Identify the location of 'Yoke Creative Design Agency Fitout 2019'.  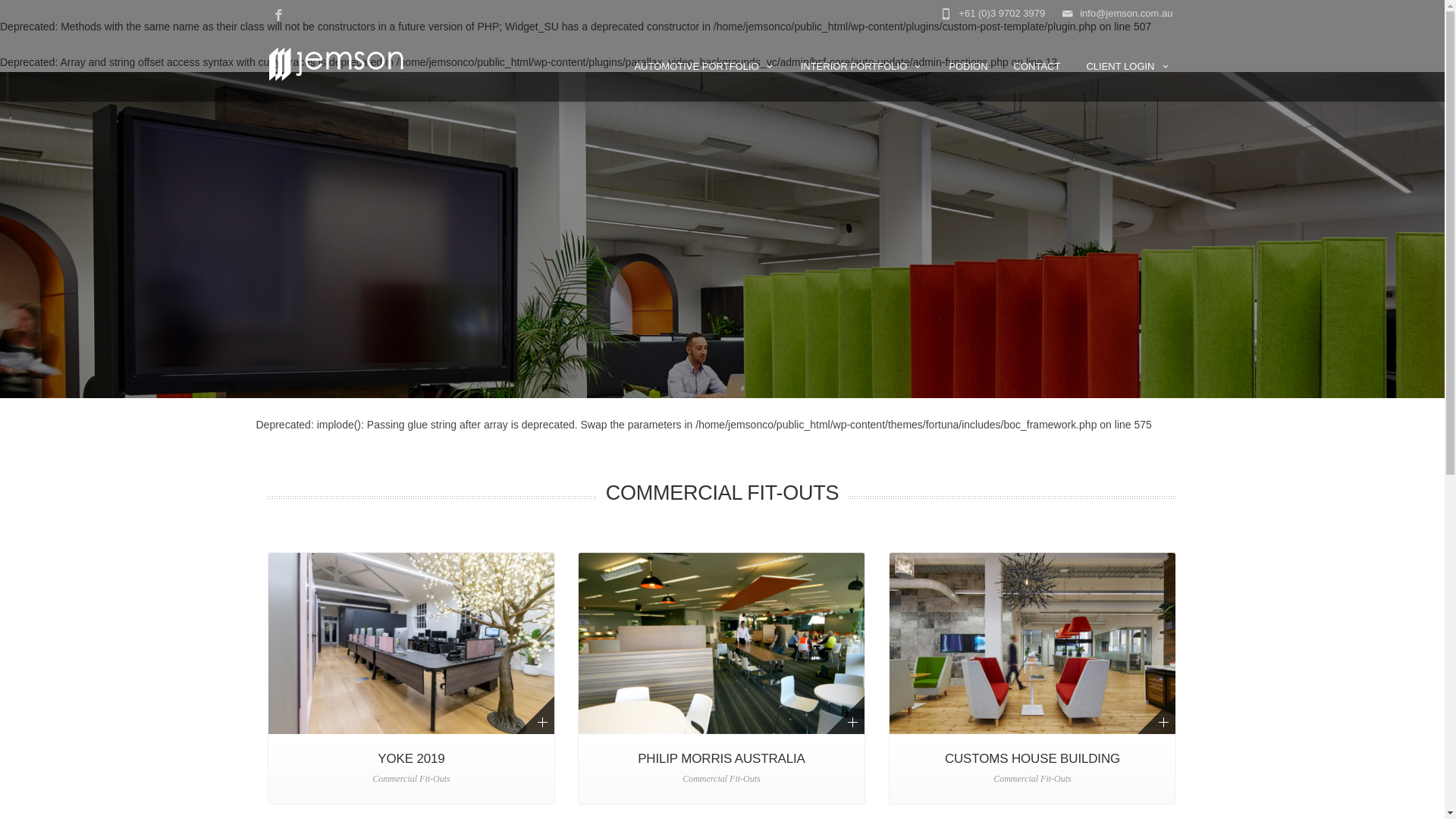
(411, 643).